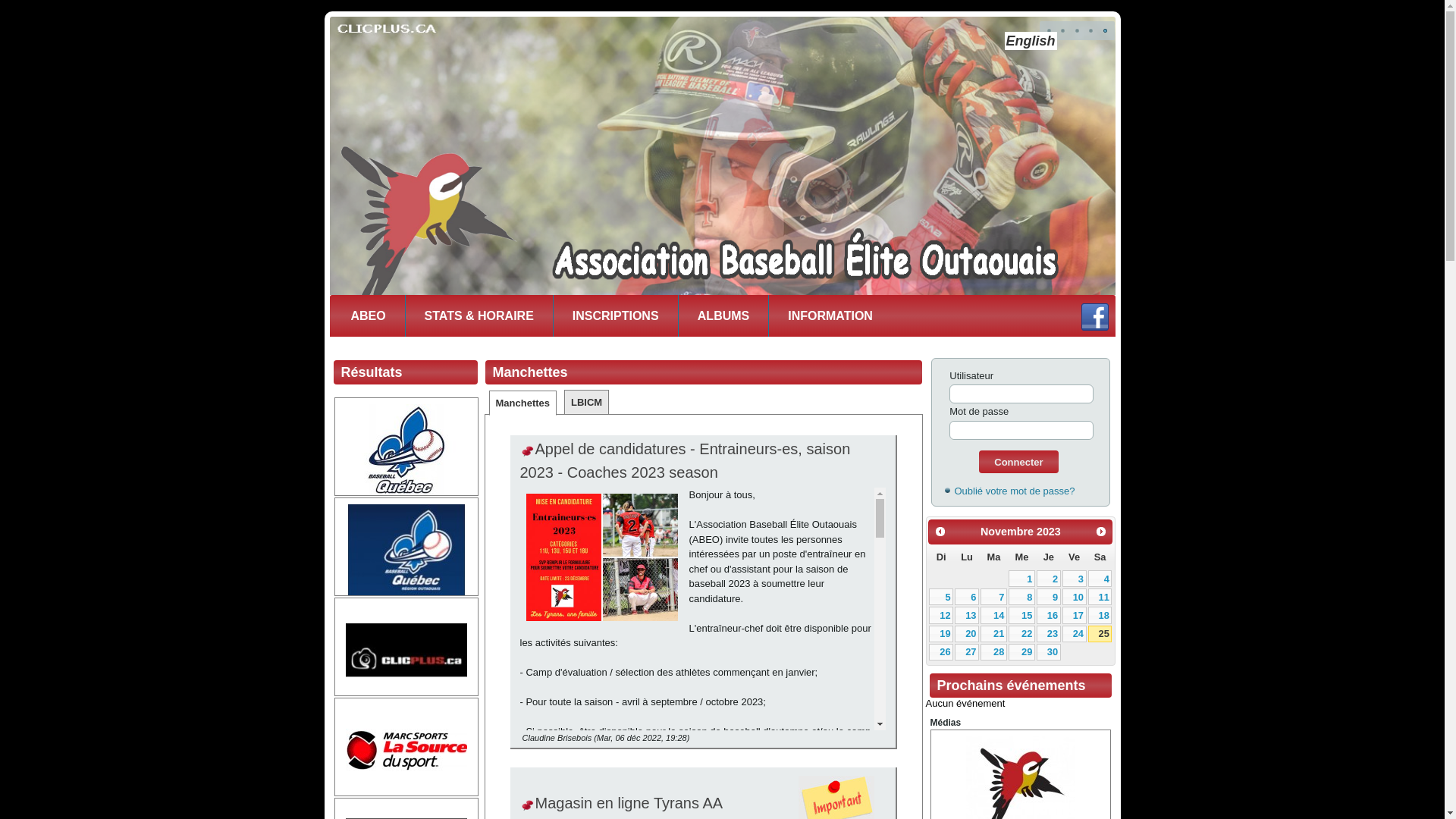  Describe the element at coordinates (530, 372) in the screenshot. I see `'Manchettes'` at that location.